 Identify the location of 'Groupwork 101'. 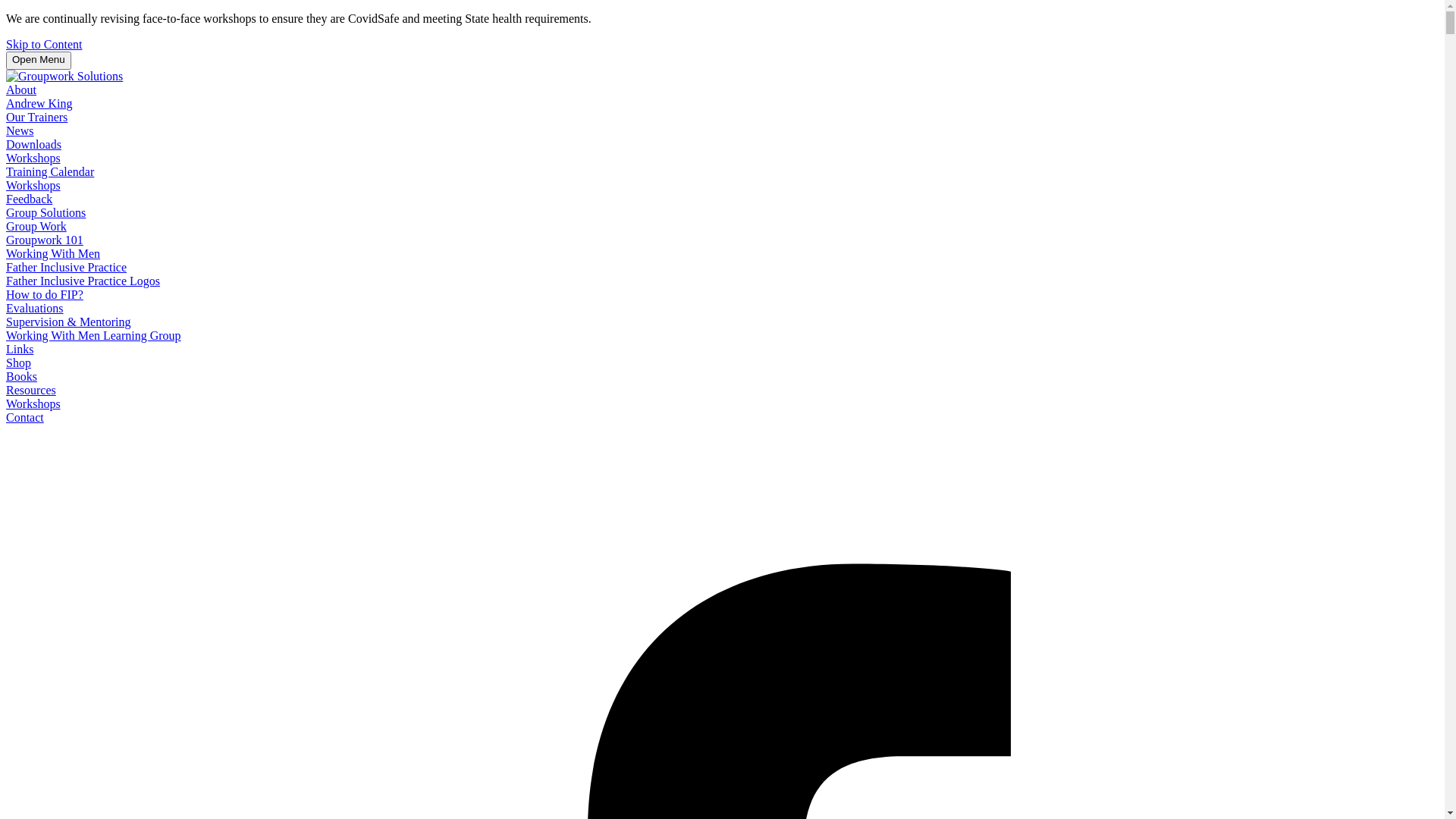
(6, 239).